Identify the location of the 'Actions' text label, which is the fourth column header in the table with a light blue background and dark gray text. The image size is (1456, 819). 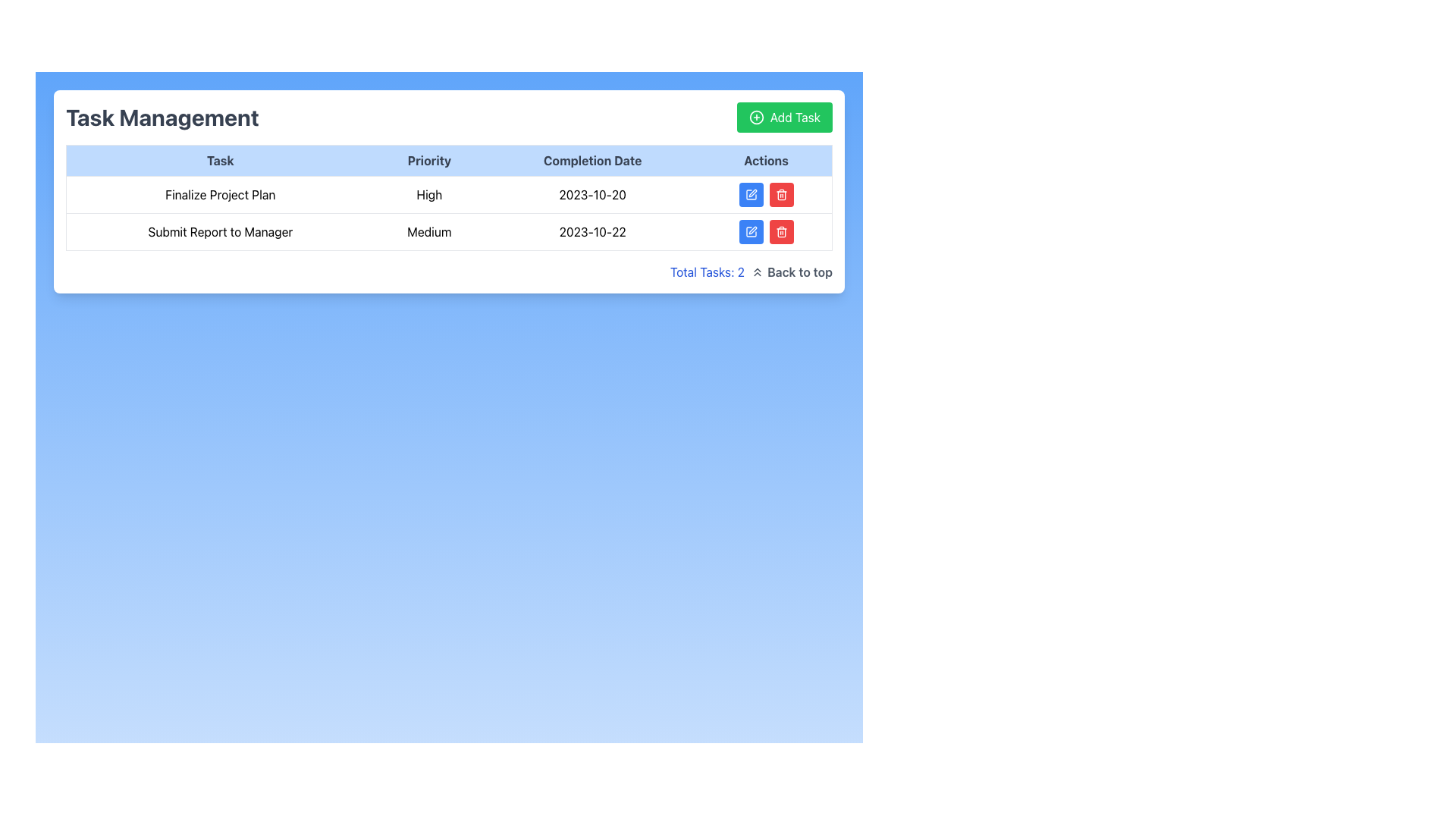
(766, 161).